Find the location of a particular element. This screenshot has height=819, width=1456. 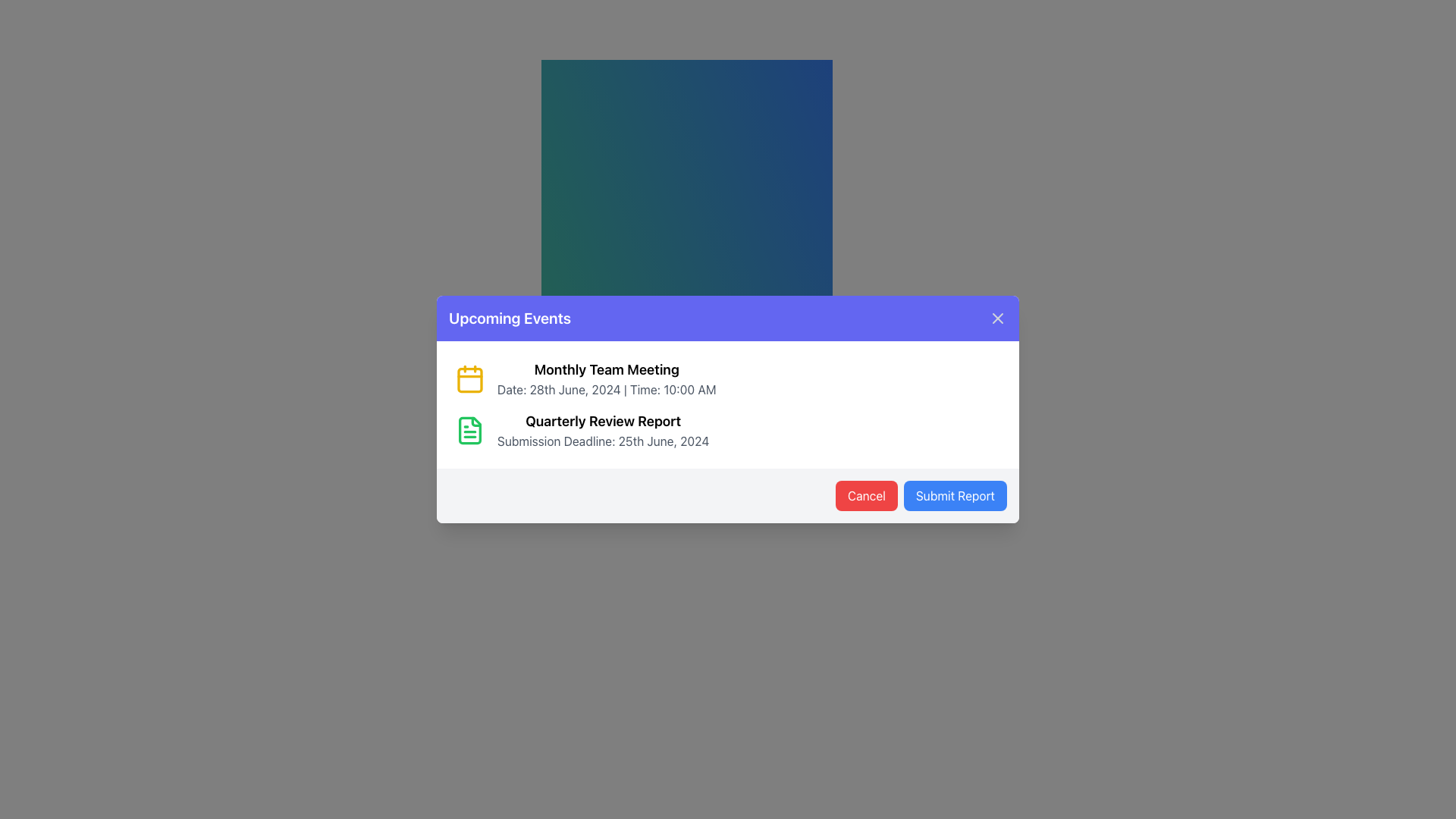

the white background of the yellow calendar icon located to the left of the text 'Monthly Team Meeting' in the 'Upcoming Events' section is located at coordinates (469, 379).